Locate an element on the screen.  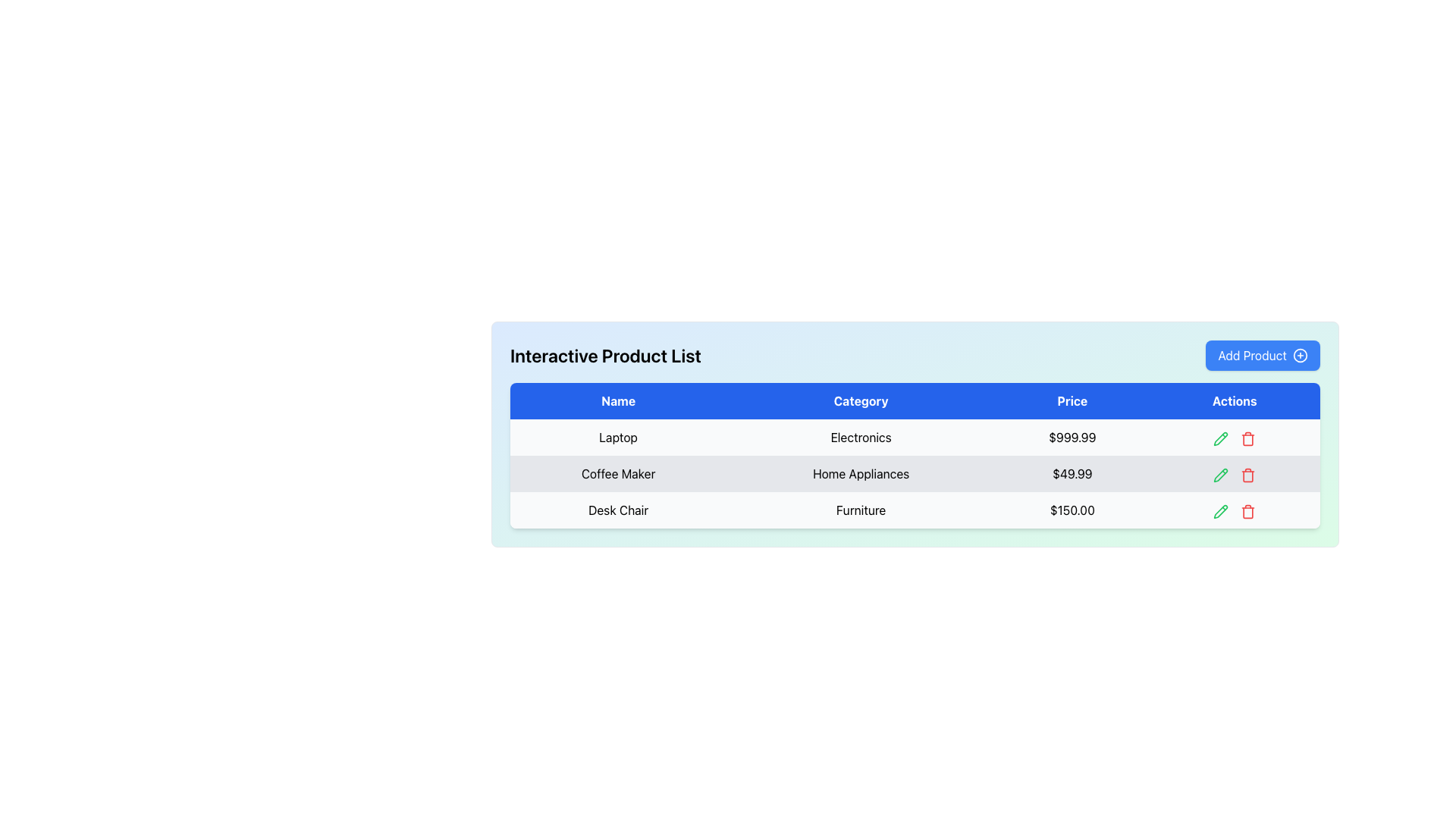
the Text Display element that labels the product category, positioned in the second column of the first row of the product details table, between 'Laptop' and '$999.99' is located at coordinates (861, 438).